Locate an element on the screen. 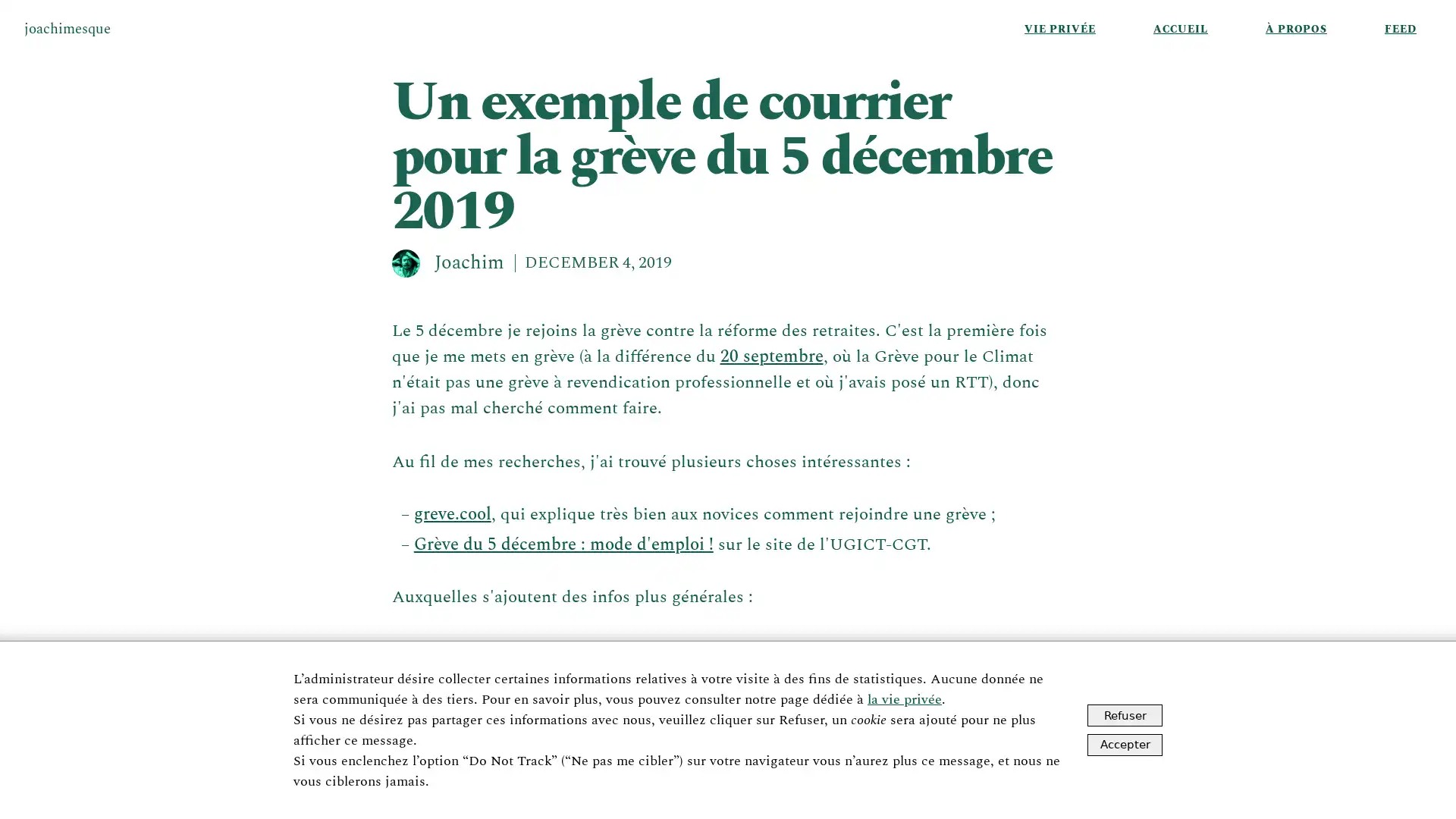 Image resolution: width=1456 pixels, height=819 pixels. Refuser is located at coordinates (1125, 715).